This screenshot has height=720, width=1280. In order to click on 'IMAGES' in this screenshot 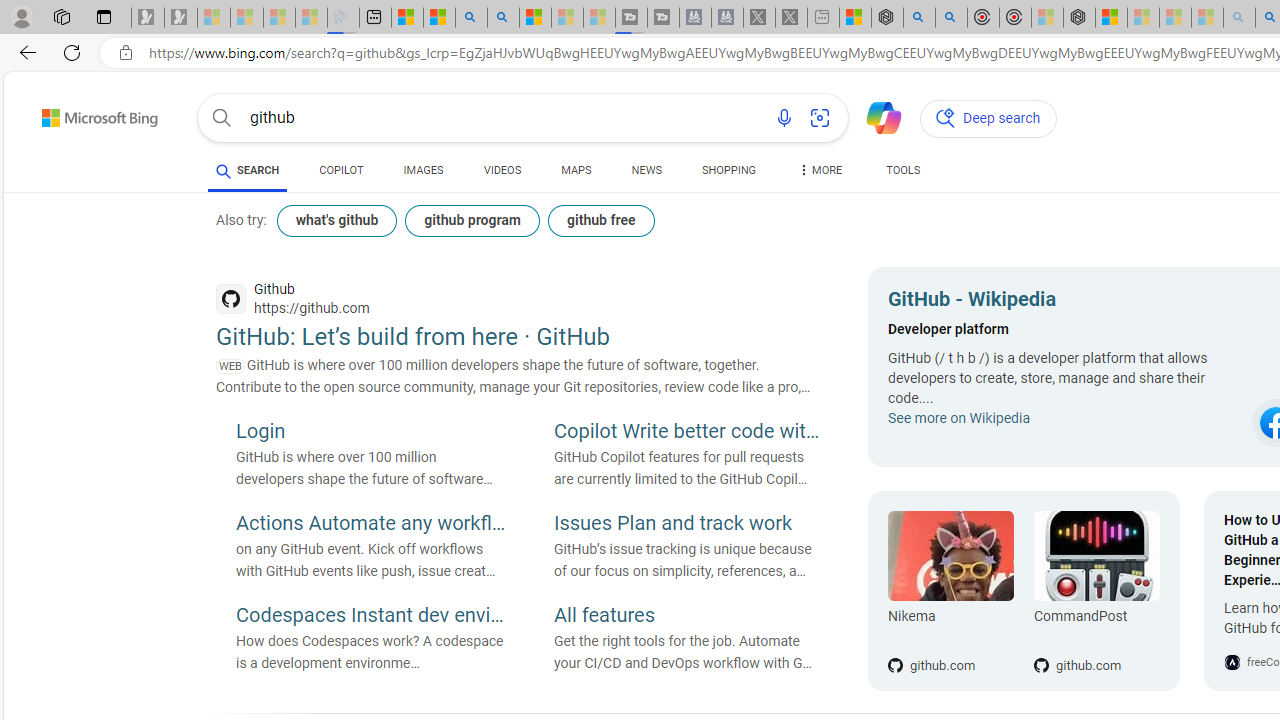, I will do `click(422, 170)`.